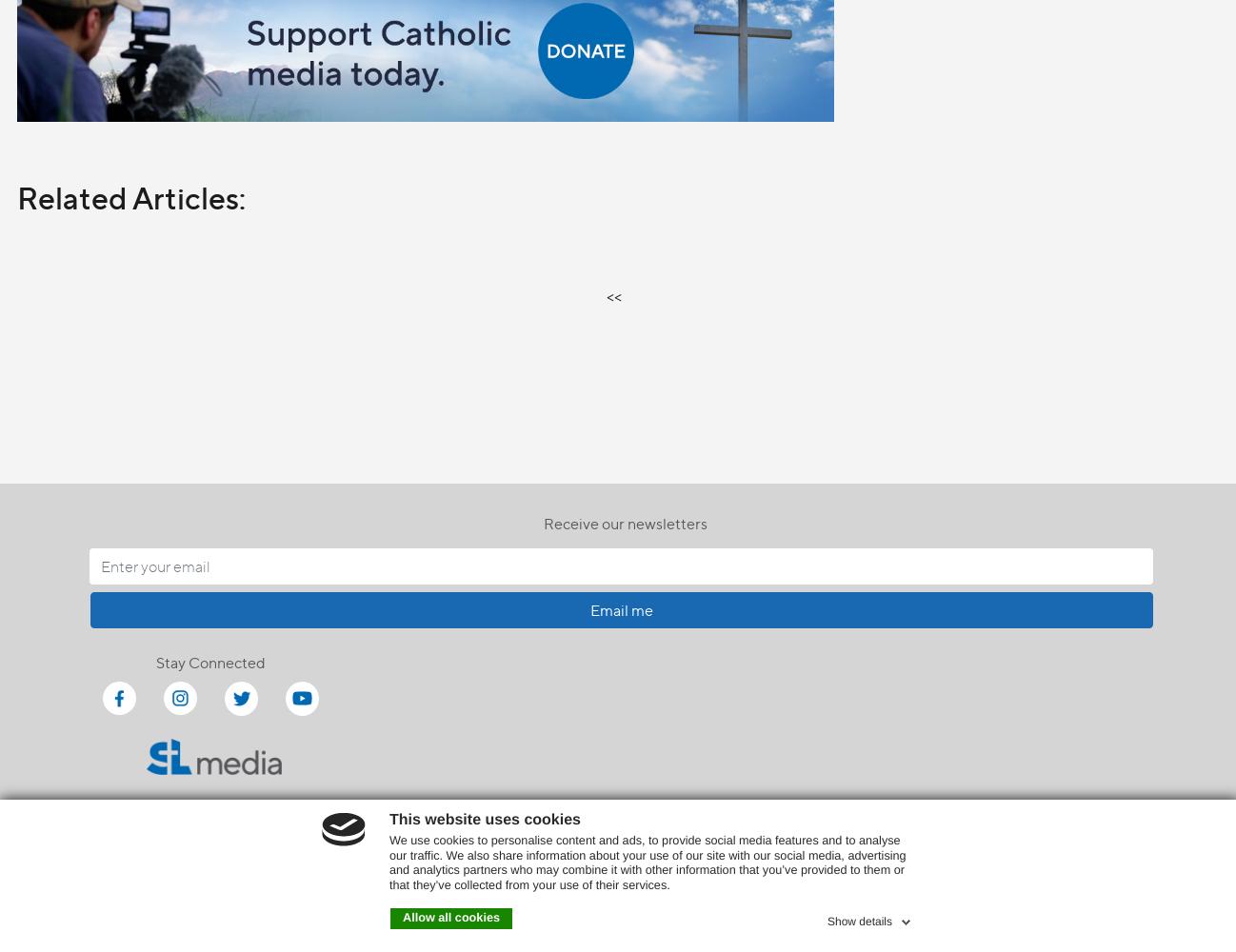  Describe the element at coordinates (647, 863) in the screenshot. I see `'We use cookies to personalise content and ads, to provide social media features and to analyse our traffic. We also share information about your use of our site with our social media, advertising and analytics partners who may combine it with other information that you’ve provided to them or that they’ve collected from your use of their services.'` at that location.